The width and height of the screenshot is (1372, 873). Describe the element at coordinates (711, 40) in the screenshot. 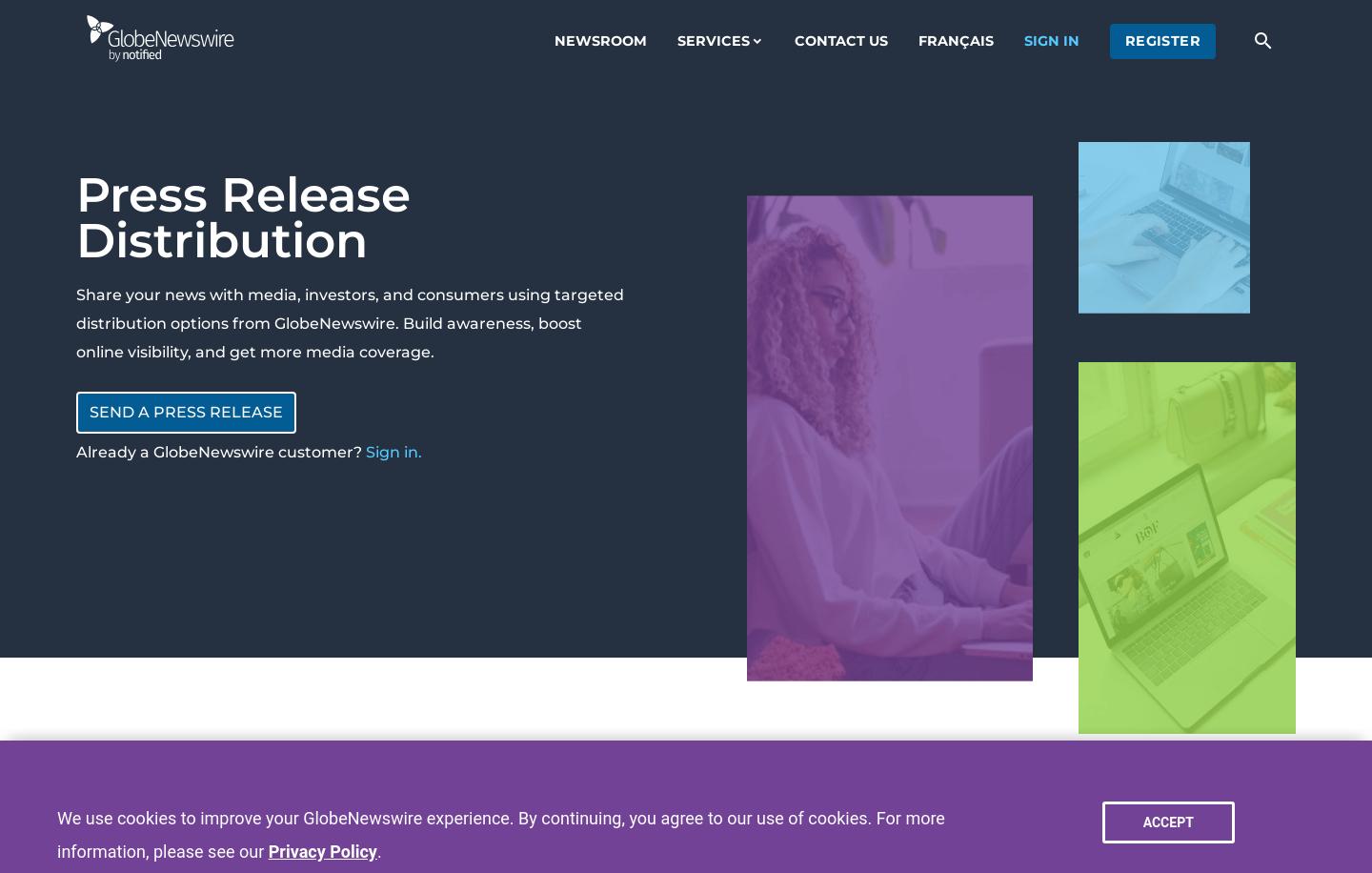

I see `'services'` at that location.